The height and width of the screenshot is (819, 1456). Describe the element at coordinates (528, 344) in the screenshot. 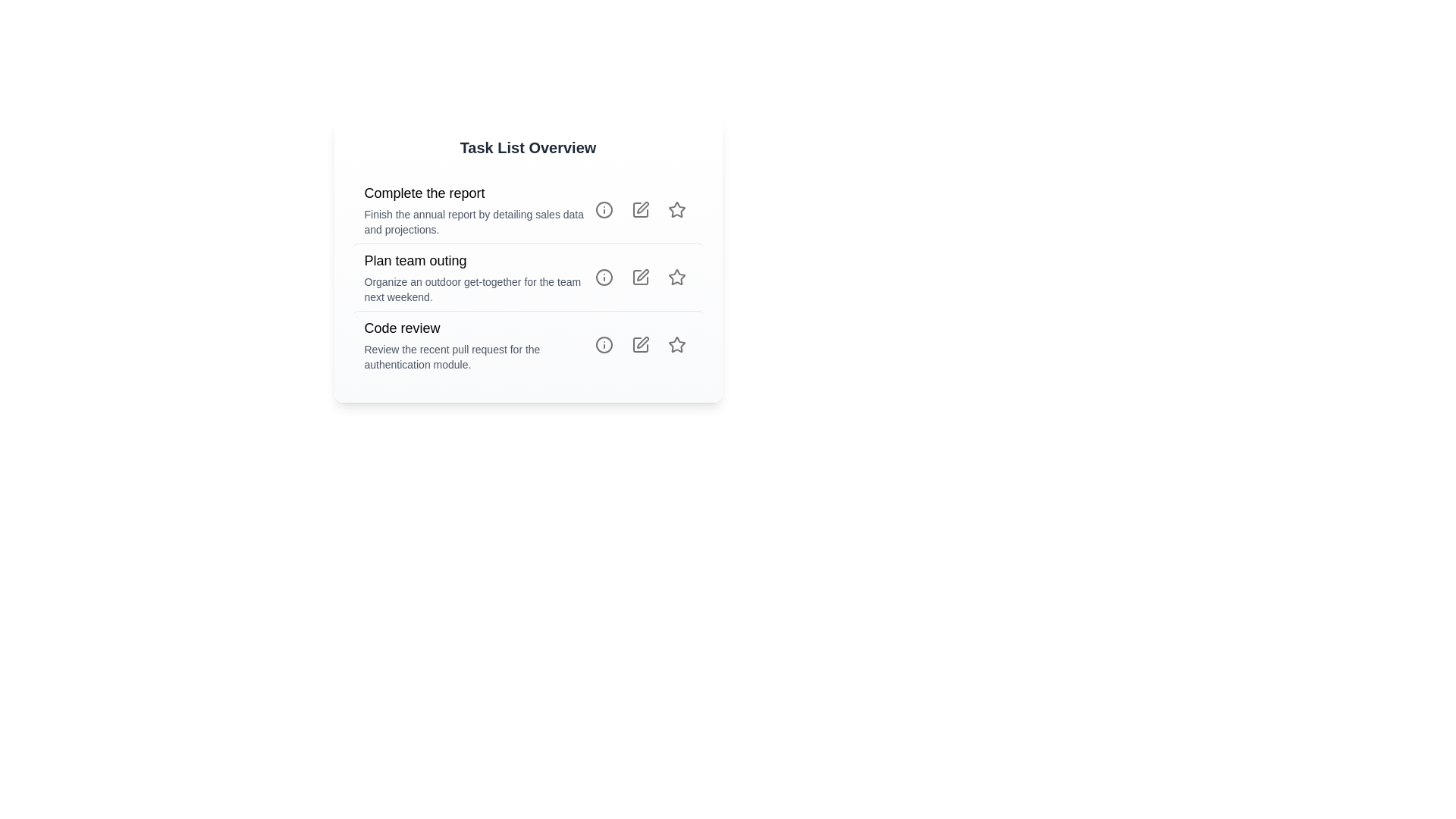

I see `the last task entry in the task list` at that location.